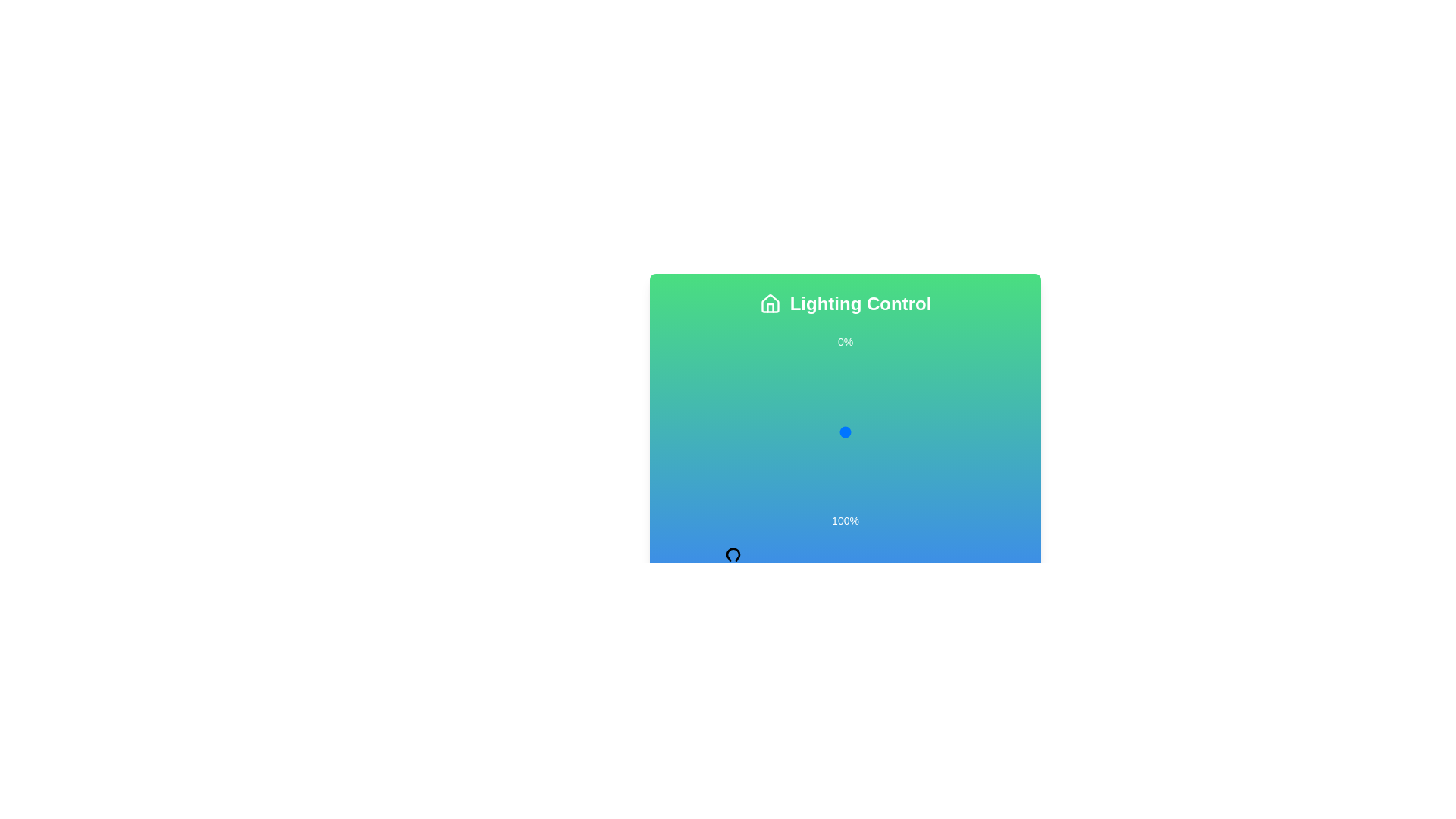  I want to click on the label displaying 'Lighting Control' with a white house icon on a green-to-blue gradient background, positioned at the top of the panel, so click(844, 304).